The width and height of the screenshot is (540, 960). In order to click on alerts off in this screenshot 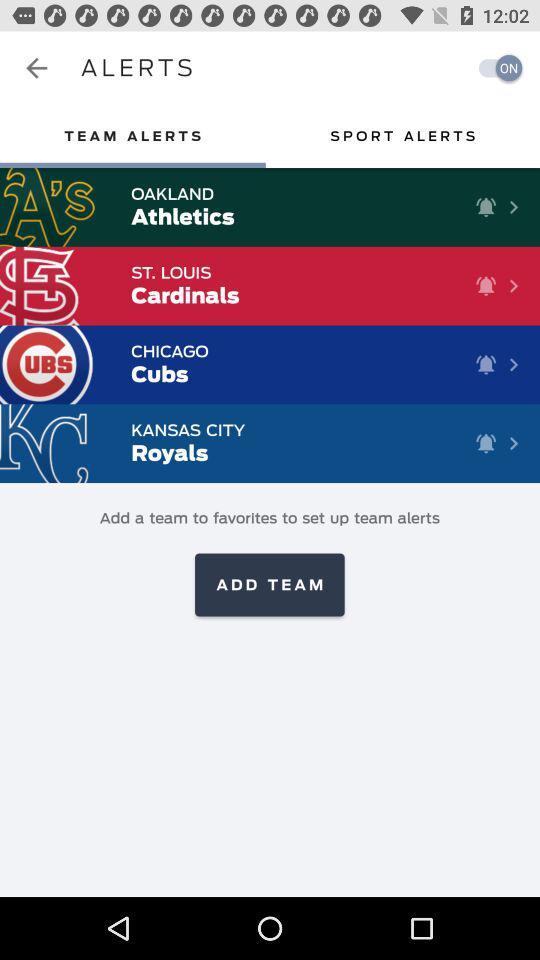, I will do `click(494, 68)`.